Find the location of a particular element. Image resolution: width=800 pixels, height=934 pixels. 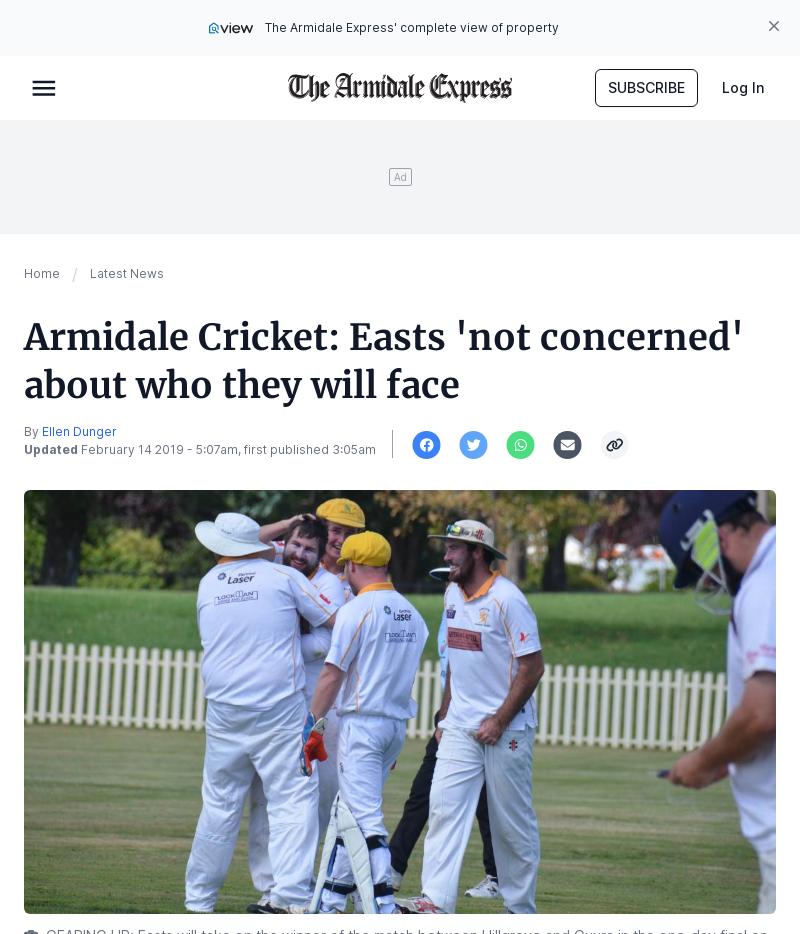

'The Armidale Express' complete view of property' is located at coordinates (412, 26).